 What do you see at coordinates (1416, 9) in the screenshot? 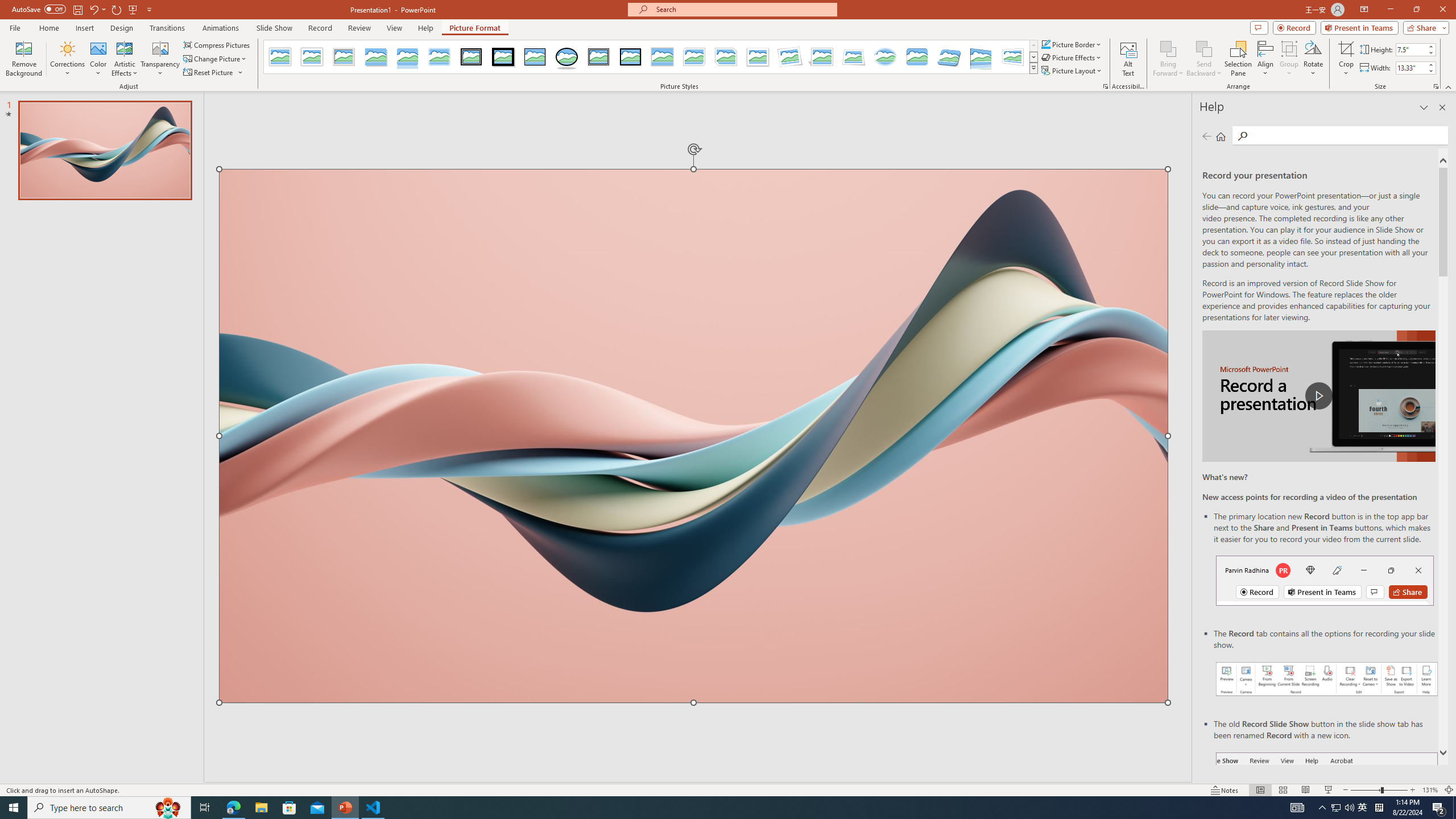
I see `'Restore Down'` at bounding box center [1416, 9].